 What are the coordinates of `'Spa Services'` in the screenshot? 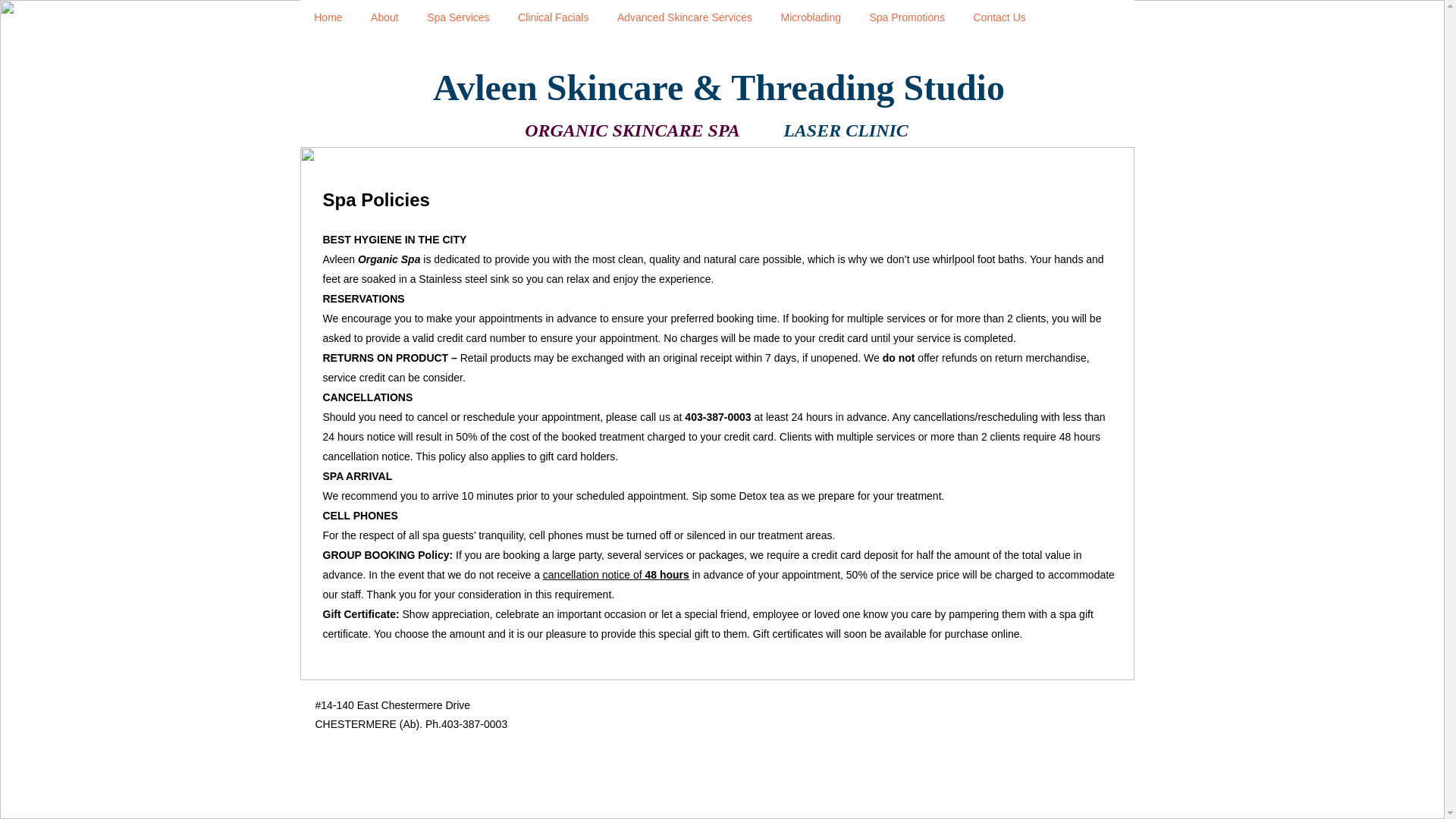 It's located at (457, 17).